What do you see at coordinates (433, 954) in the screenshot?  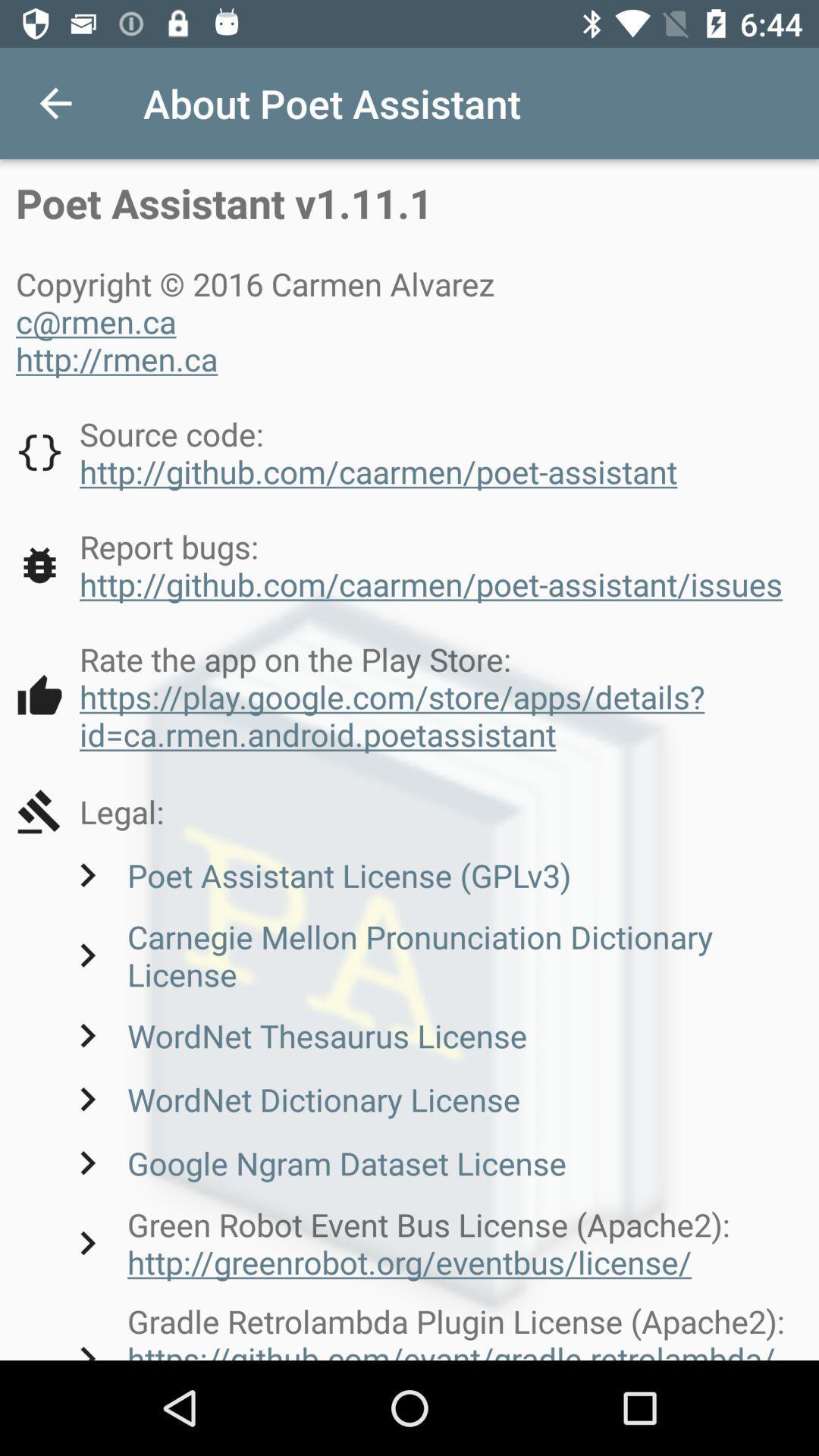 I see `icon above the wordnet thesaurus license item` at bounding box center [433, 954].